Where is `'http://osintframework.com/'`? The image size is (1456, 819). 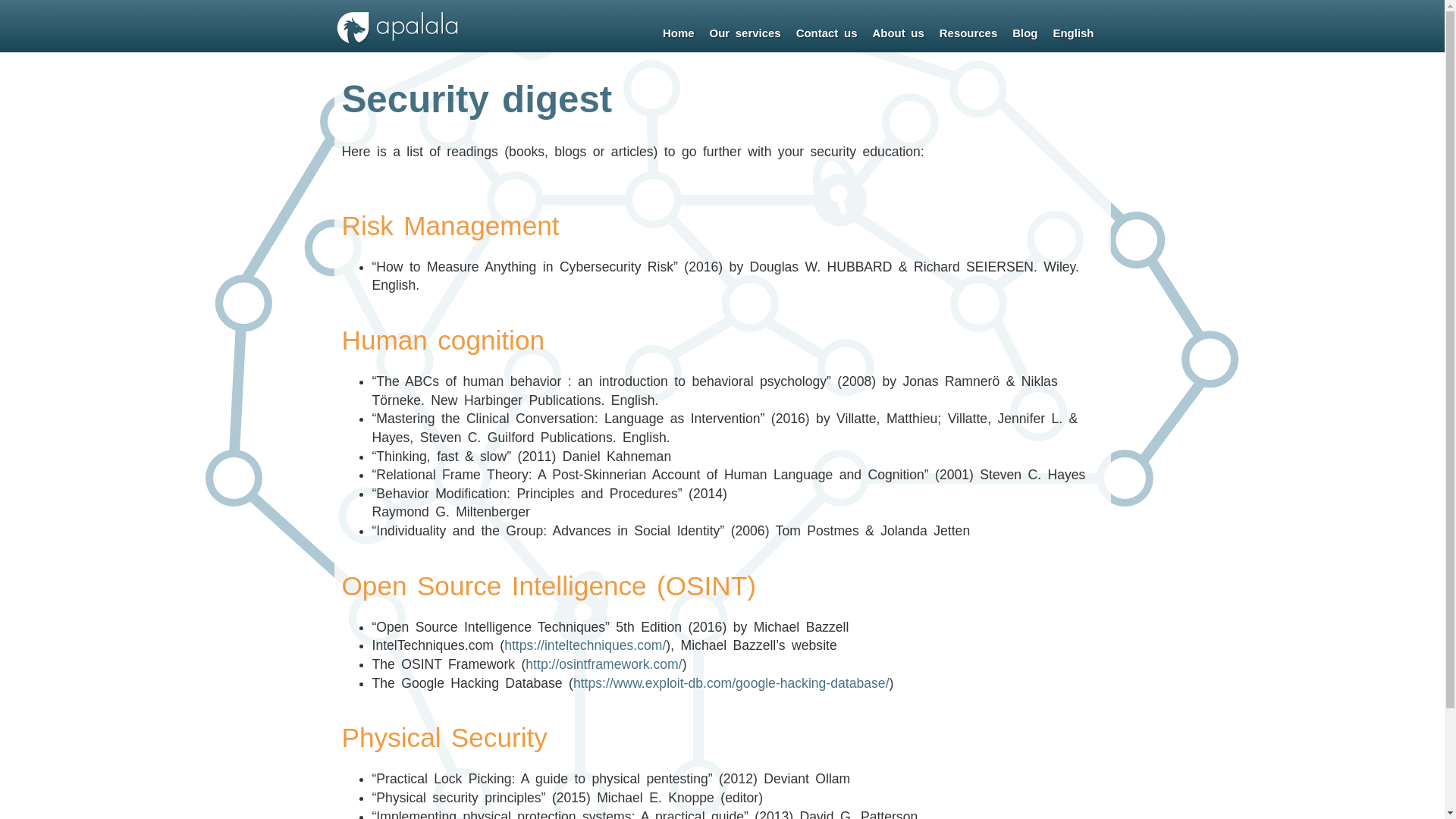 'http://osintframework.com/' is located at coordinates (603, 663).